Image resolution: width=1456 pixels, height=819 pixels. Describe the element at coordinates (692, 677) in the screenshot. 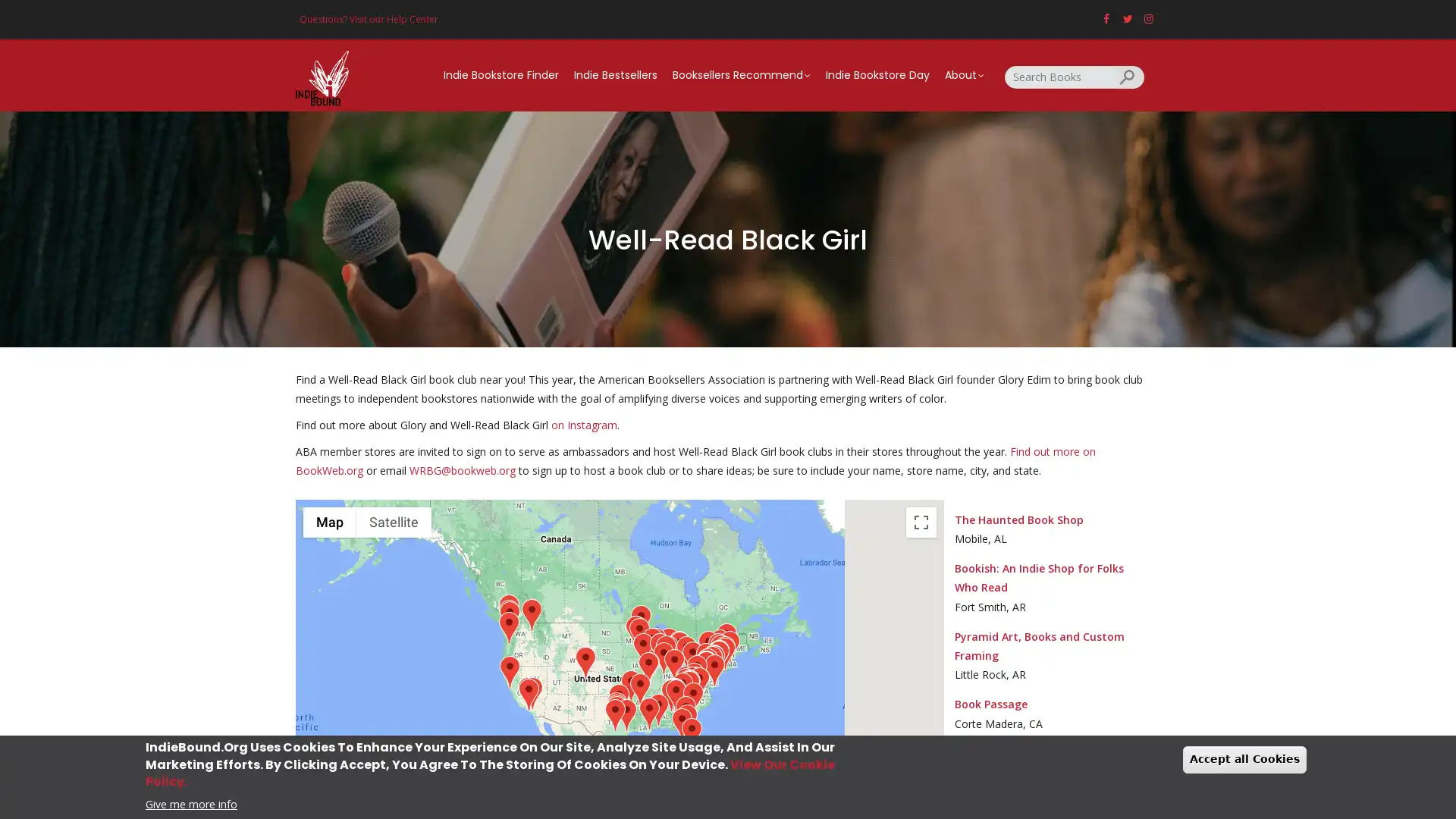

I see `Books and Crannies` at that location.